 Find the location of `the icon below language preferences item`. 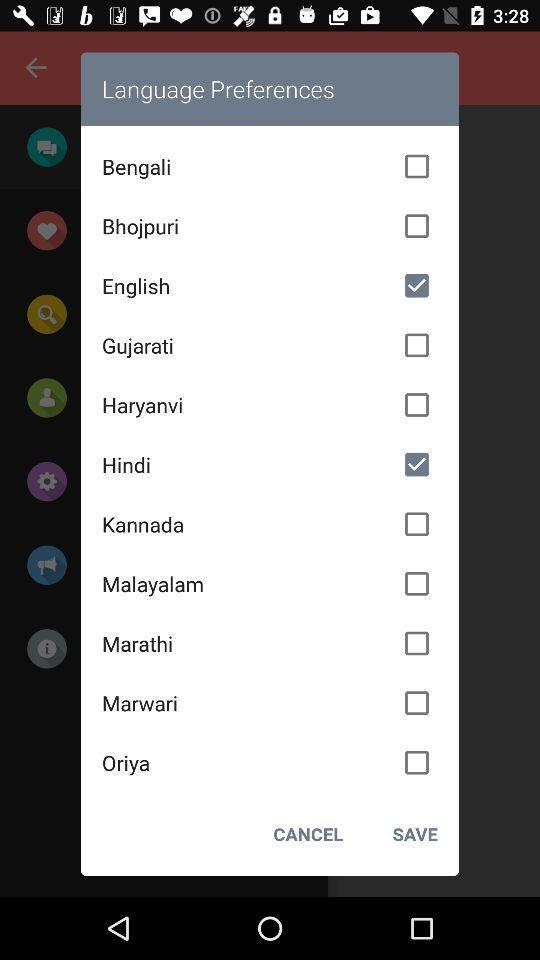

the icon below language preferences item is located at coordinates (270, 165).